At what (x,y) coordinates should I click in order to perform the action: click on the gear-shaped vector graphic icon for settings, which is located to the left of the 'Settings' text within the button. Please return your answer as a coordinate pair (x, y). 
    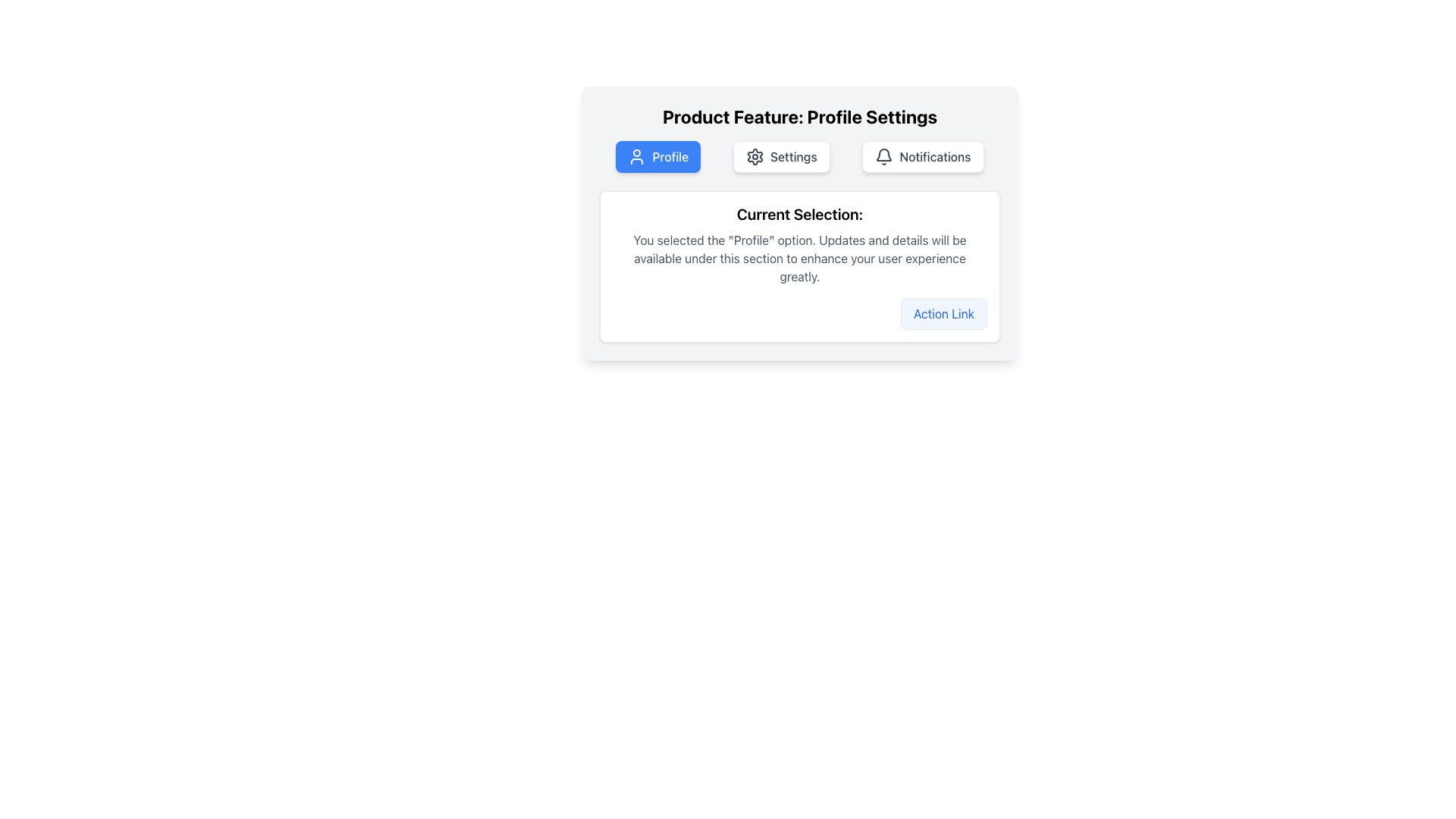
    Looking at the image, I should click on (755, 157).